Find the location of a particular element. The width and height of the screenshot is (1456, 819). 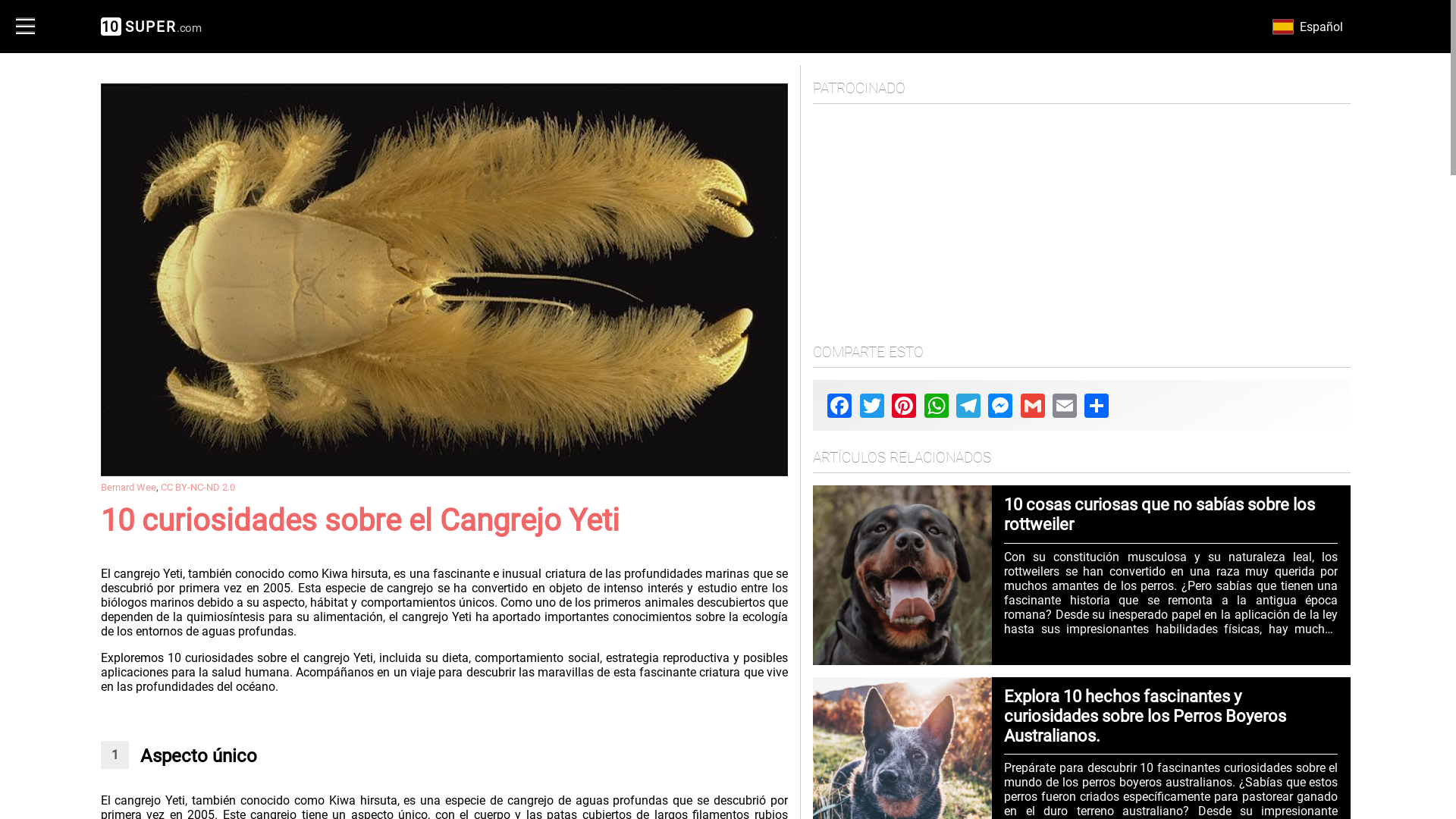

'Twitter' is located at coordinates (872, 405).